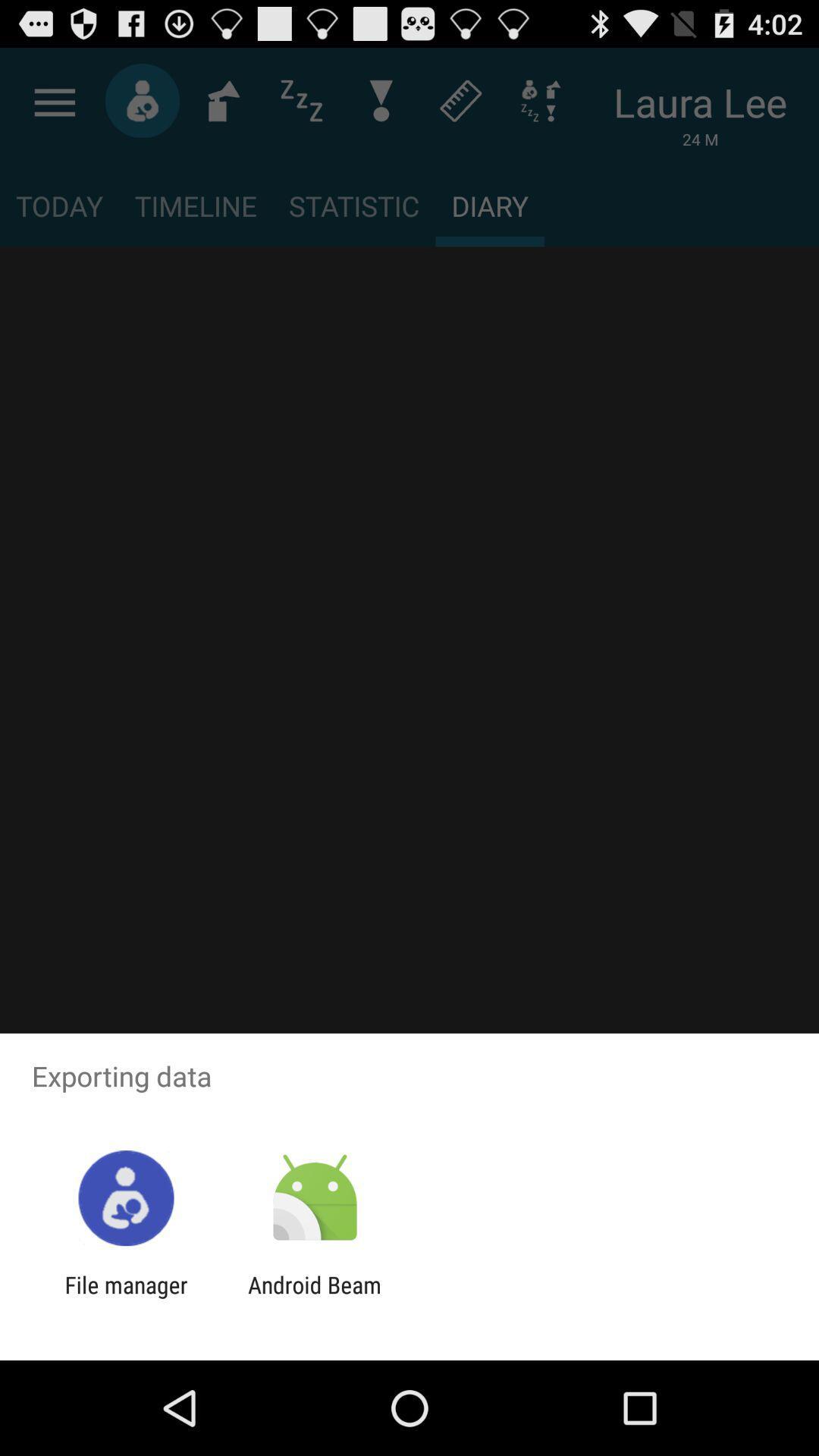 The height and width of the screenshot is (1456, 819). I want to click on the android beam, so click(314, 1298).